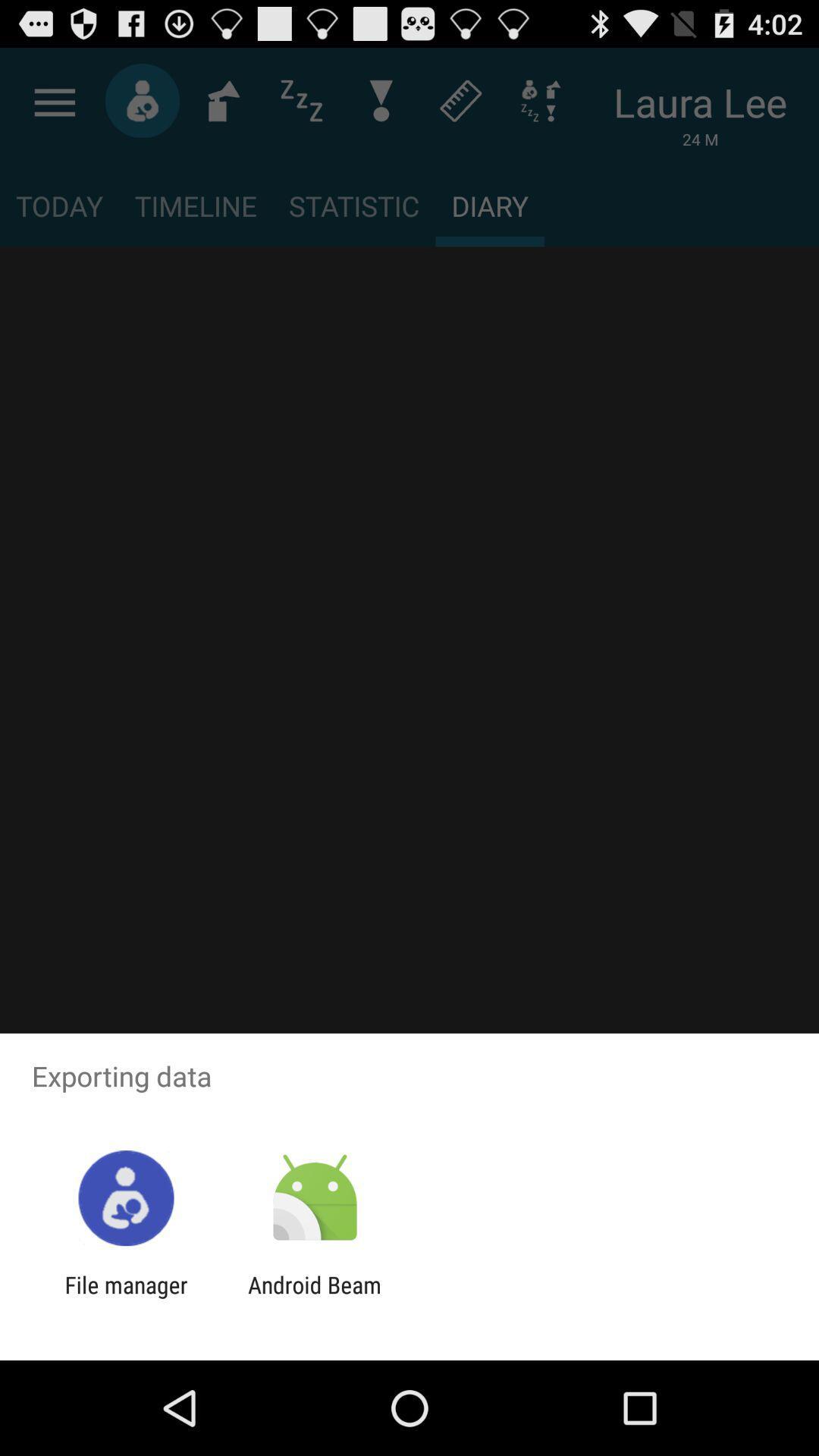 The height and width of the screenshot is (1456, 819). I want to click on the android beam, so click(314, 1298).